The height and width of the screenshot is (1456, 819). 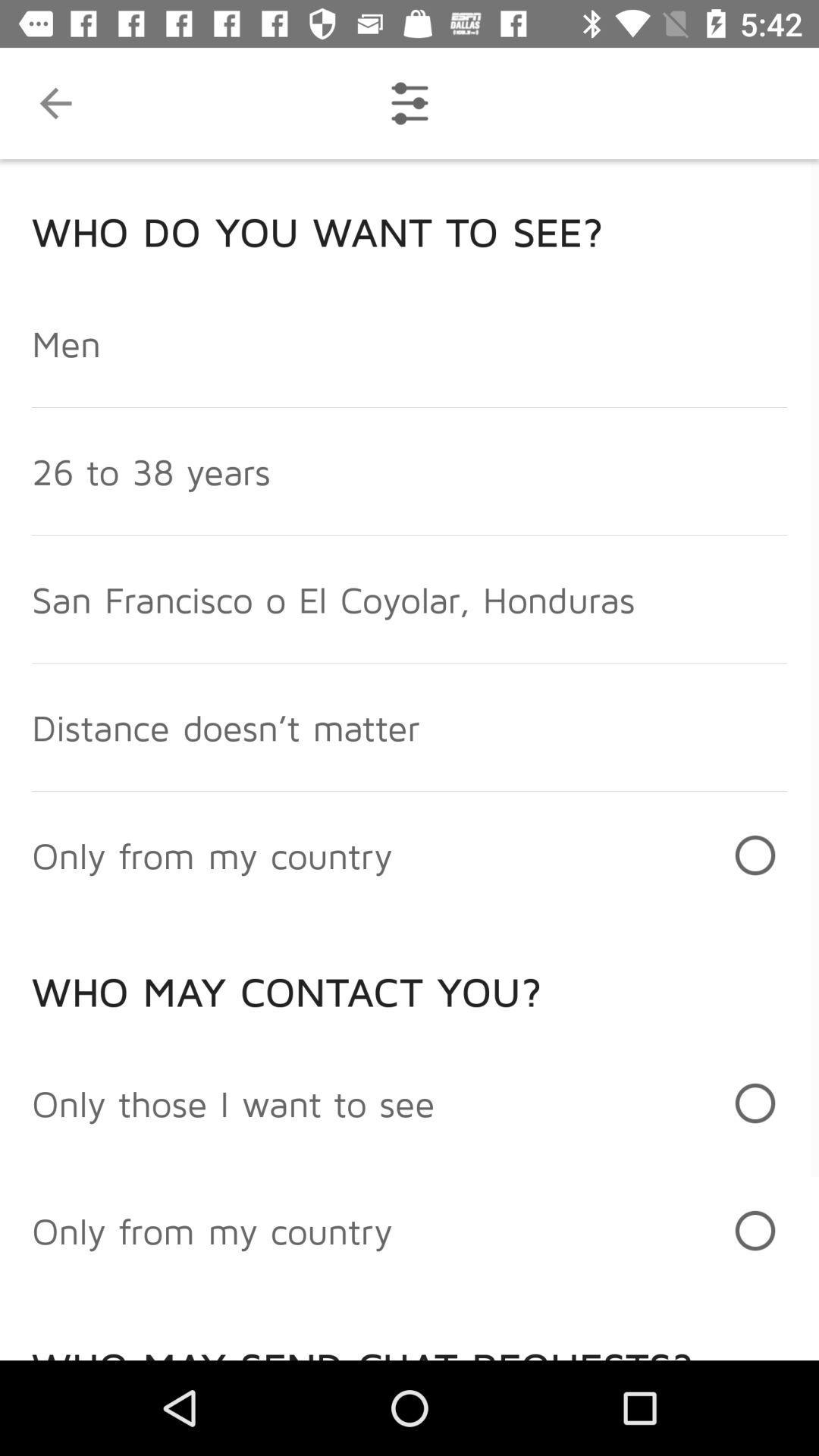 What do you see at coordinates (332, 598) in the screenshot?
I see `san francisco o item` at bounding box center [332, 598].